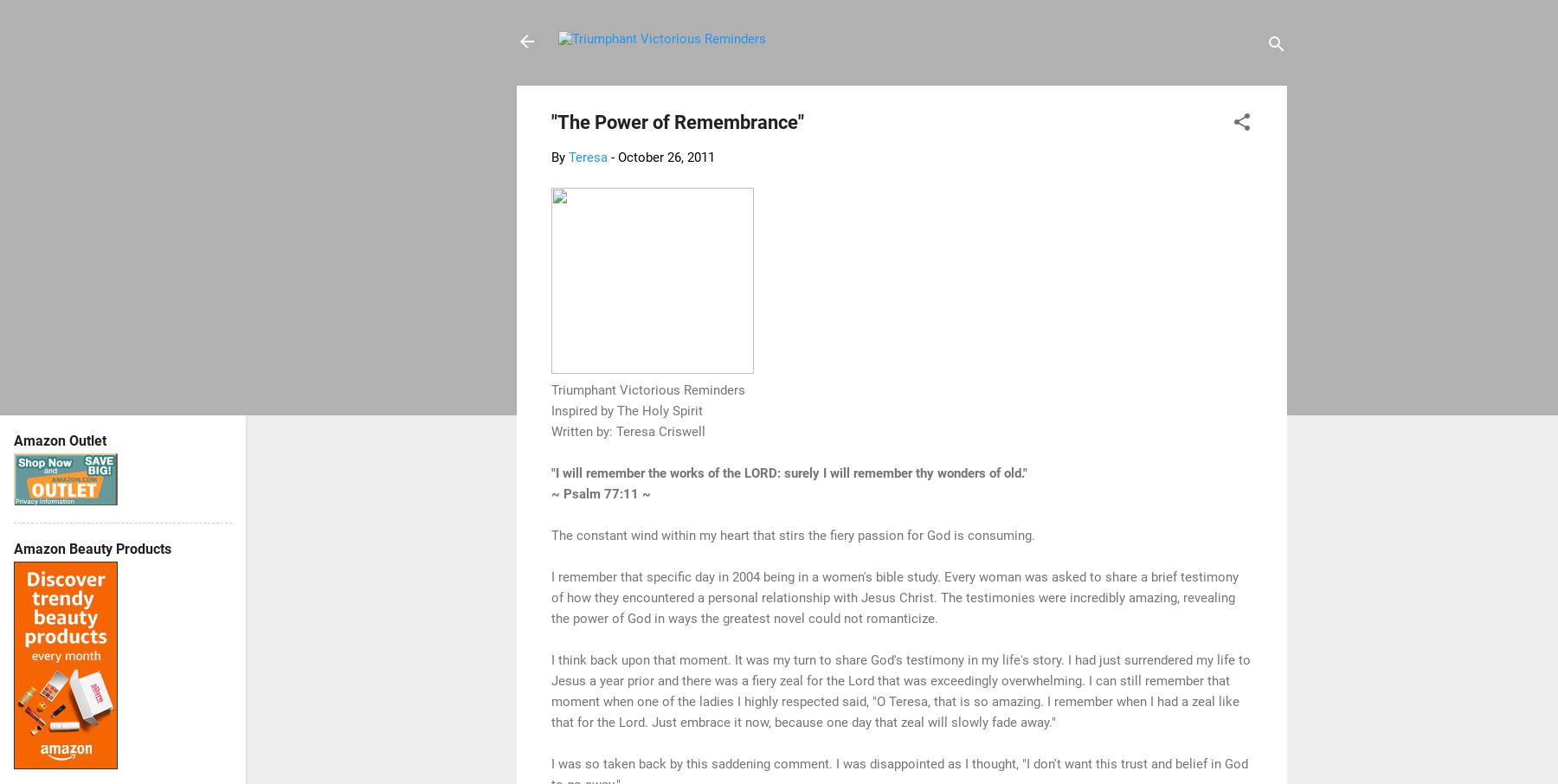 This screenshot has height=784, width=1558. Describe the element at coordinates (600, 492) in the screenshot. I see `'~ Psalm 77:11 ~'` at that location.